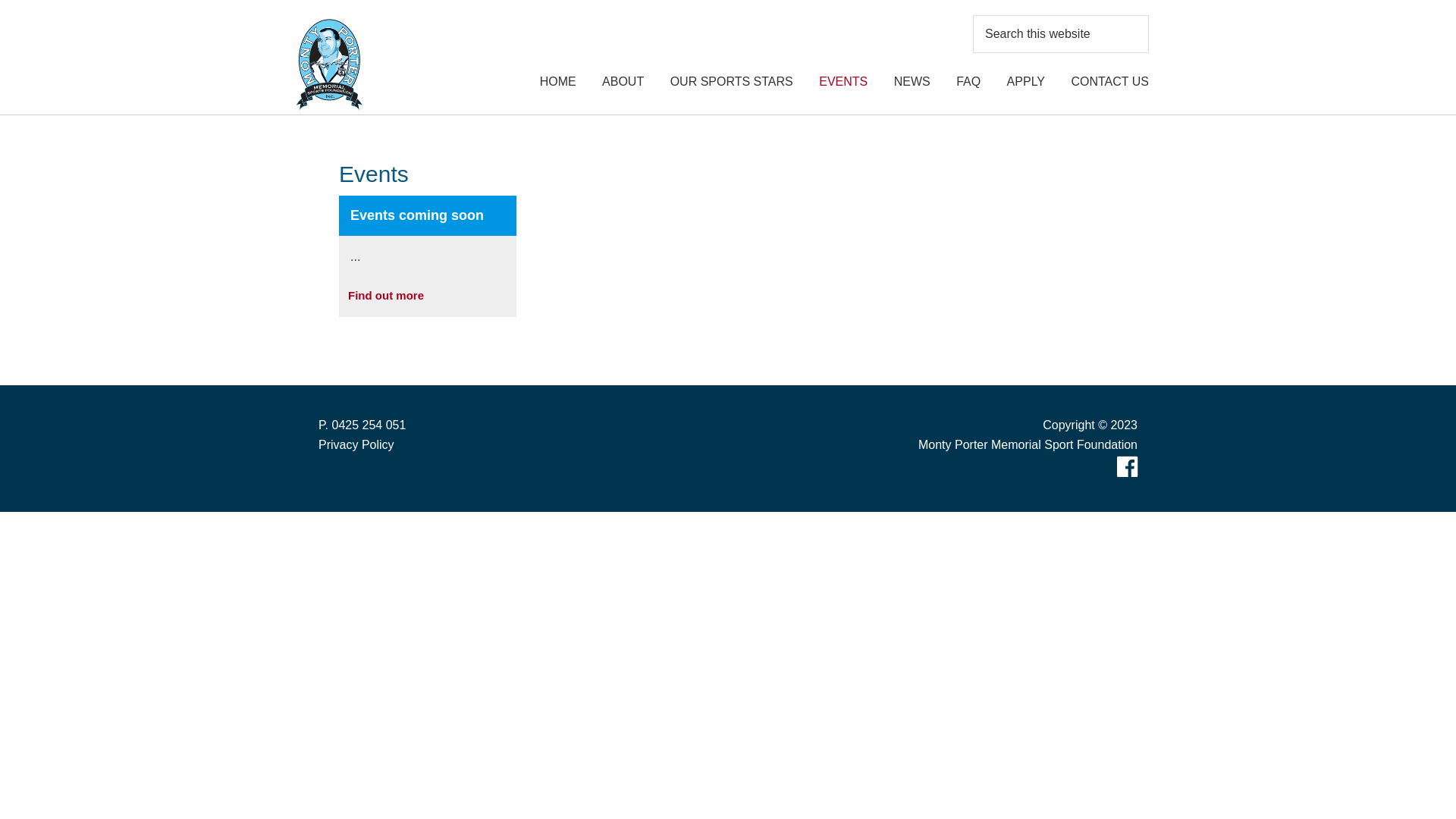  What do you see at coordinates (967, 82) in the screenshot?
I see `'FAQ'` at bounding box center [967, 82].